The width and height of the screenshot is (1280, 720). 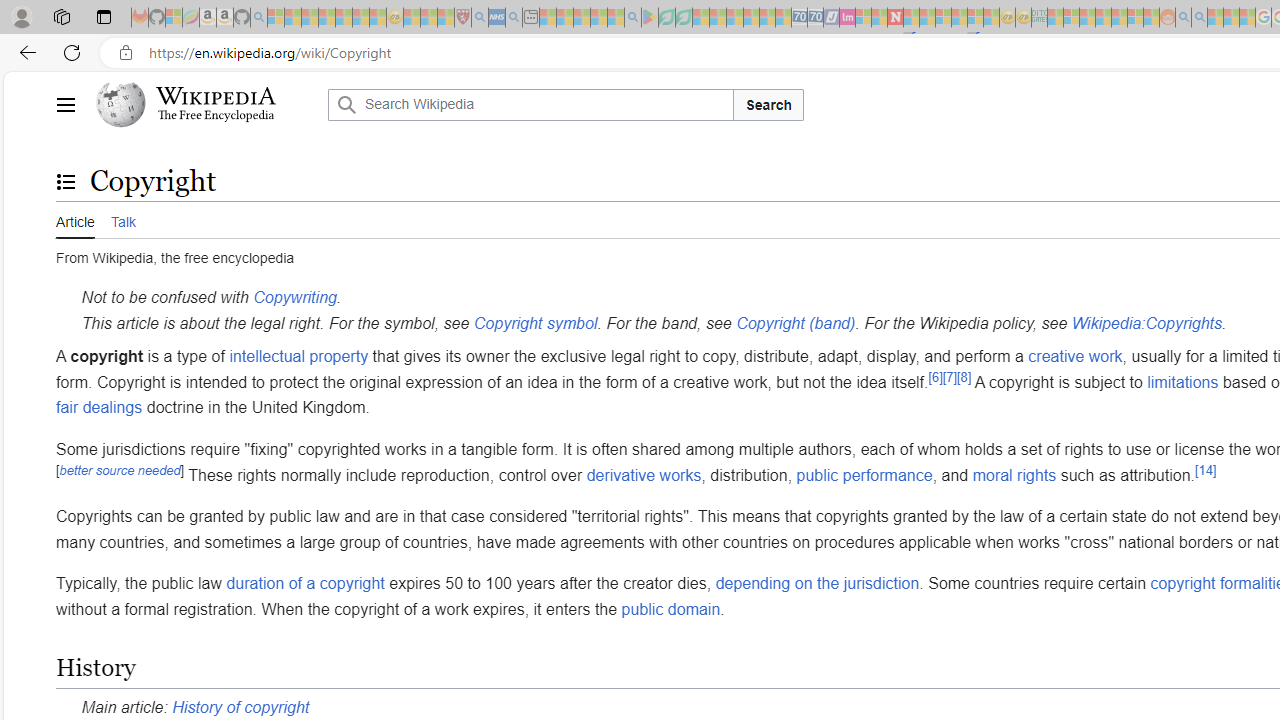 I want to click on '[8]', so click(x=963, y=376).